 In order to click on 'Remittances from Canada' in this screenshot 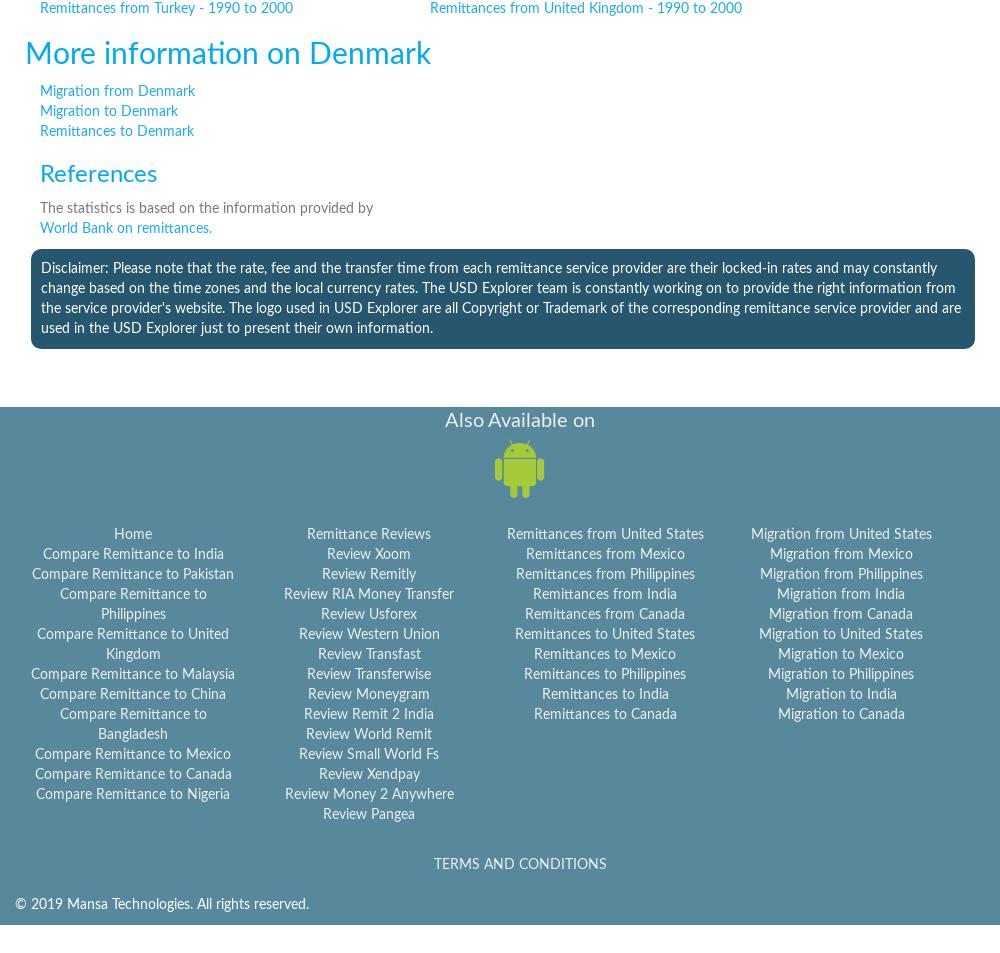, I will do `click(525, 614)`.